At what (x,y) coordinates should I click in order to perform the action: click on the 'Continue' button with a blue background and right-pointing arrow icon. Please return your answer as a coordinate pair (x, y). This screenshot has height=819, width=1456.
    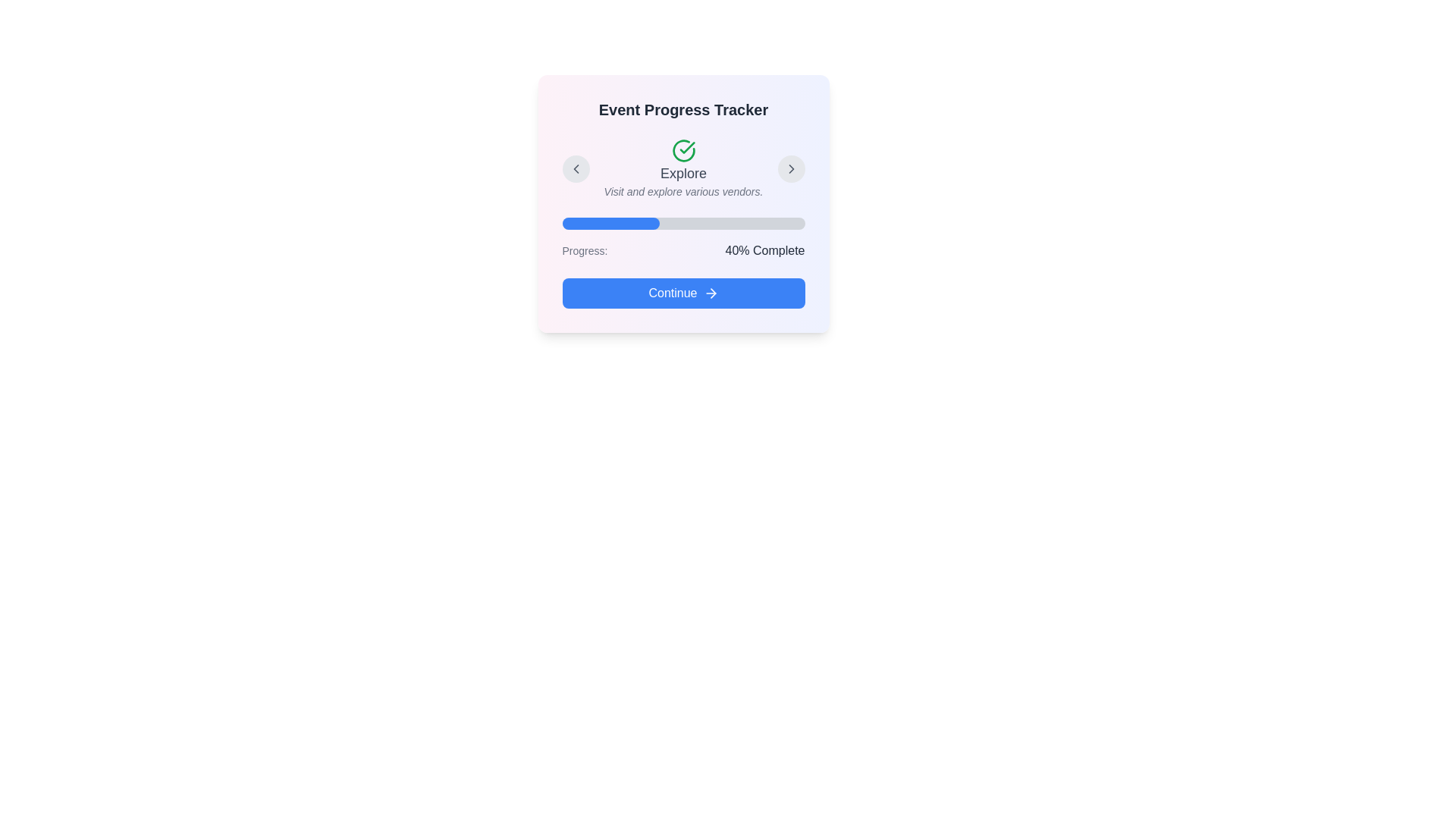
    Looking at the image, I should click on (682, 293).